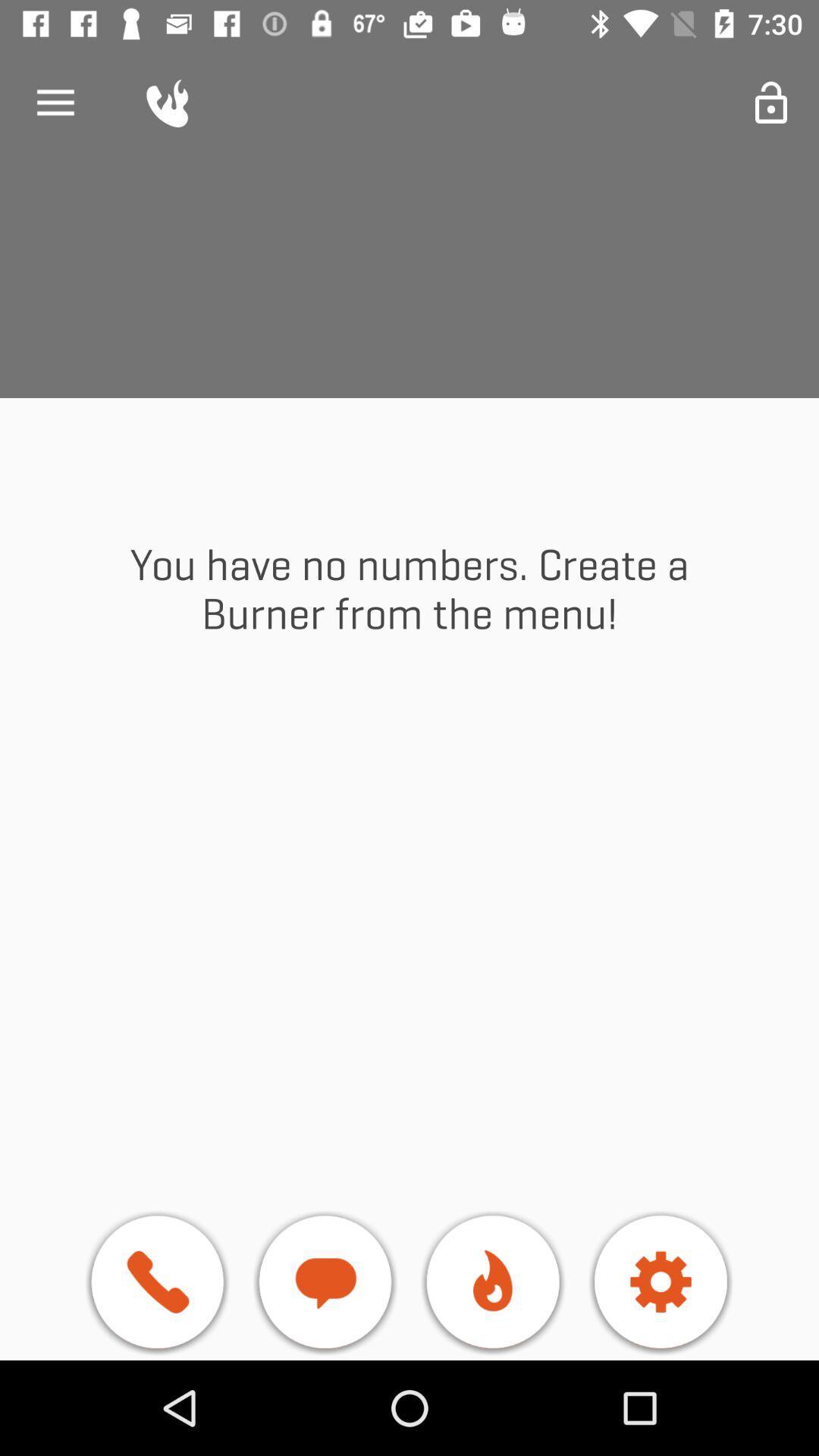 This screenshot has width=819, height=1456. What do you see at coordinates (324, 1284) in the screenshot?
I see `the chat icon` at bounding box center [324, 1284].